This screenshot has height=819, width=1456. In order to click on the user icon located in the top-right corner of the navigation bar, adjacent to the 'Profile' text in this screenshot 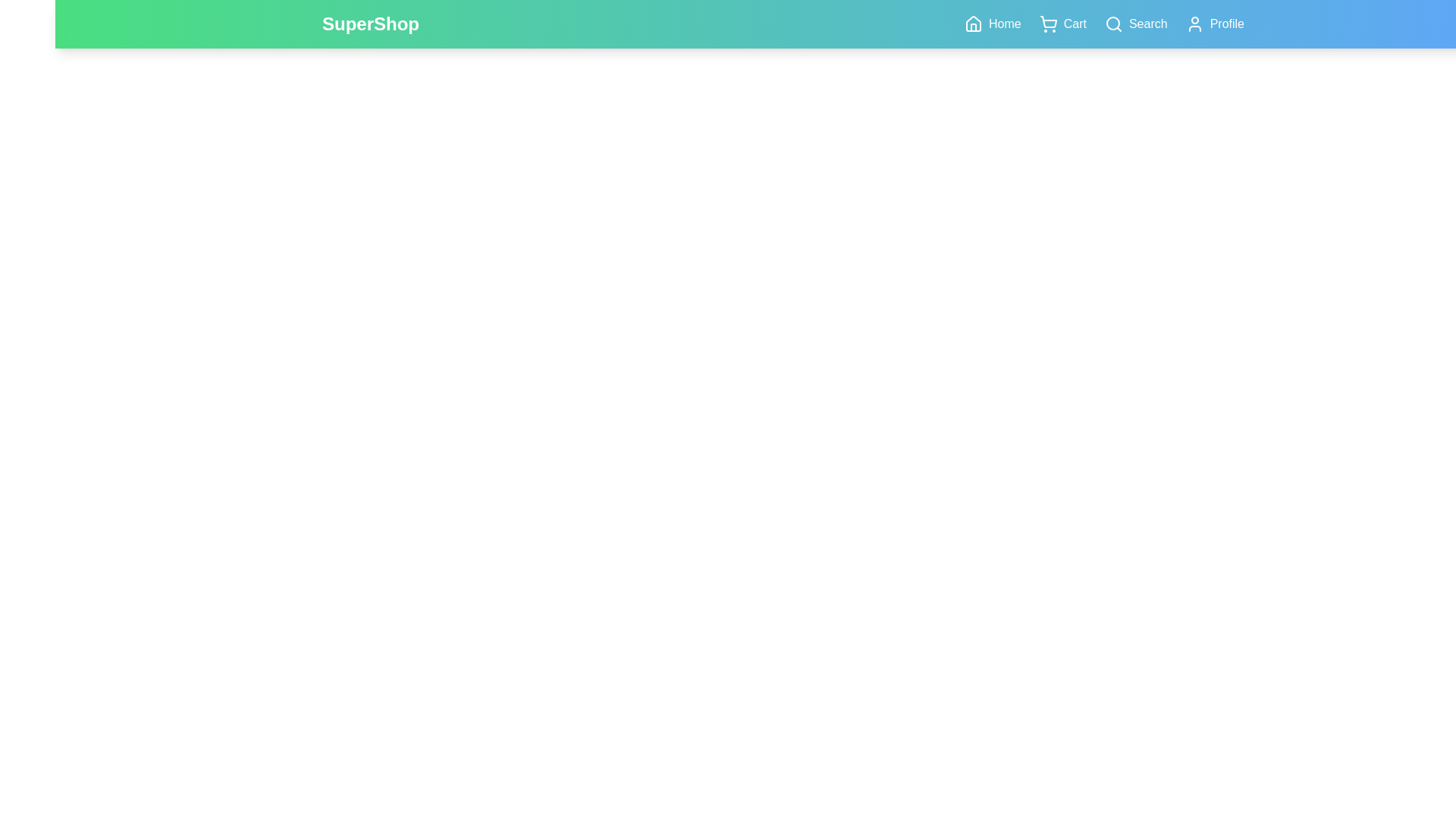, I will do `click(1194, 24)`.